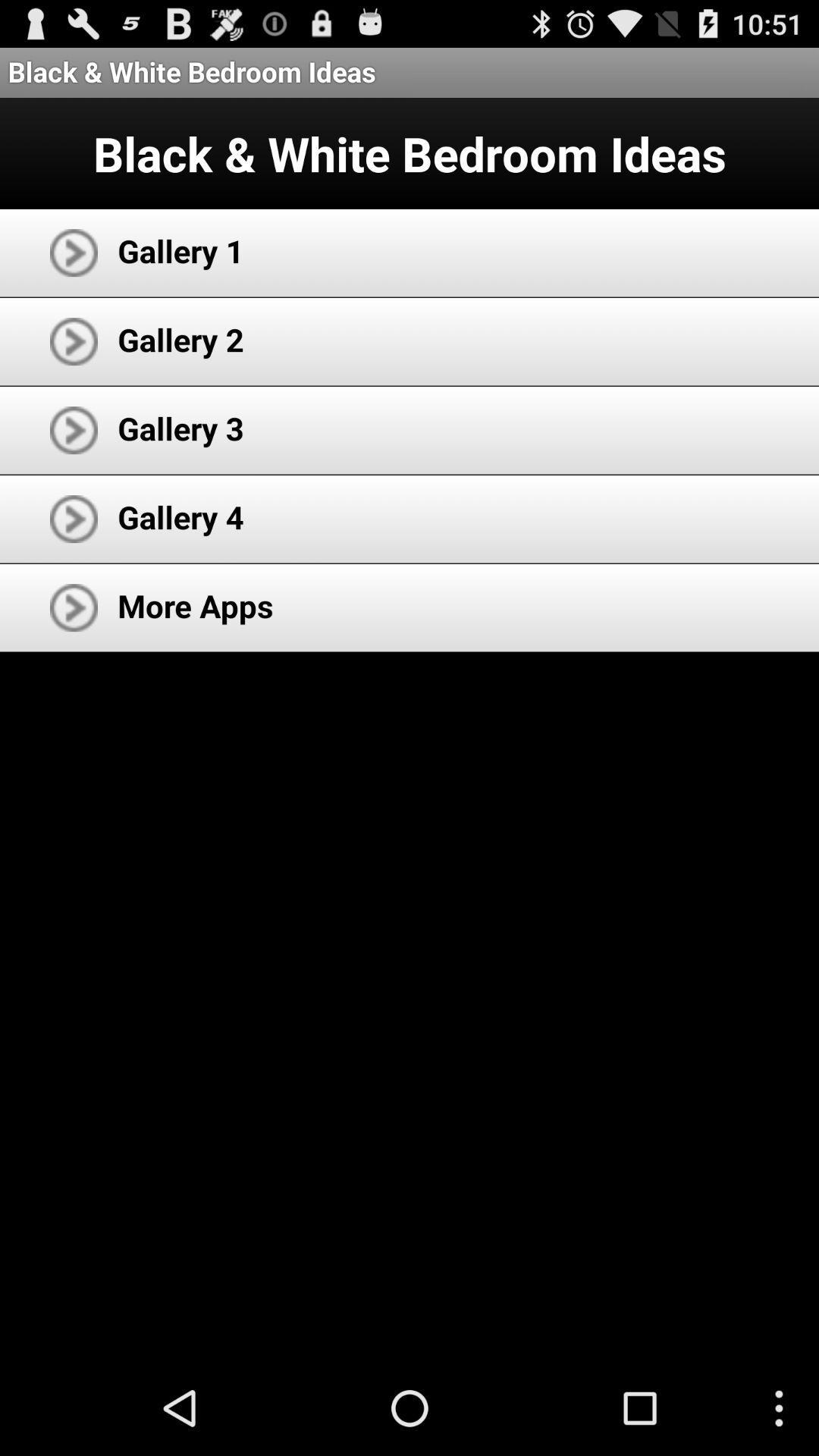  Describe the element at coordinates (180, 516) in the screenshot. I see `gallery 4 item` at that location.